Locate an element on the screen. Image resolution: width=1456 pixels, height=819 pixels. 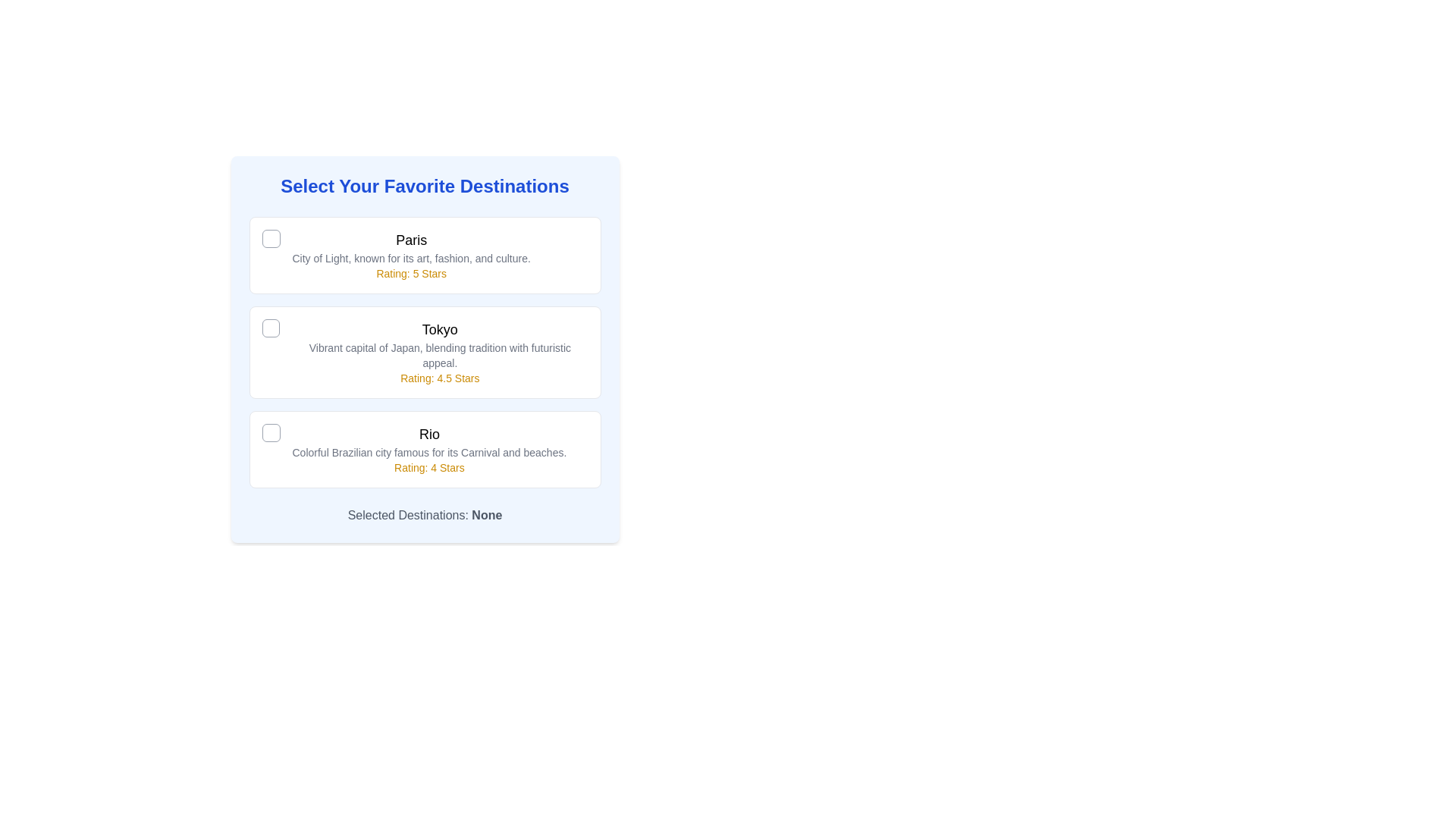
the selectable option box labeled 'Paris' is located at coordinates (425, 254).